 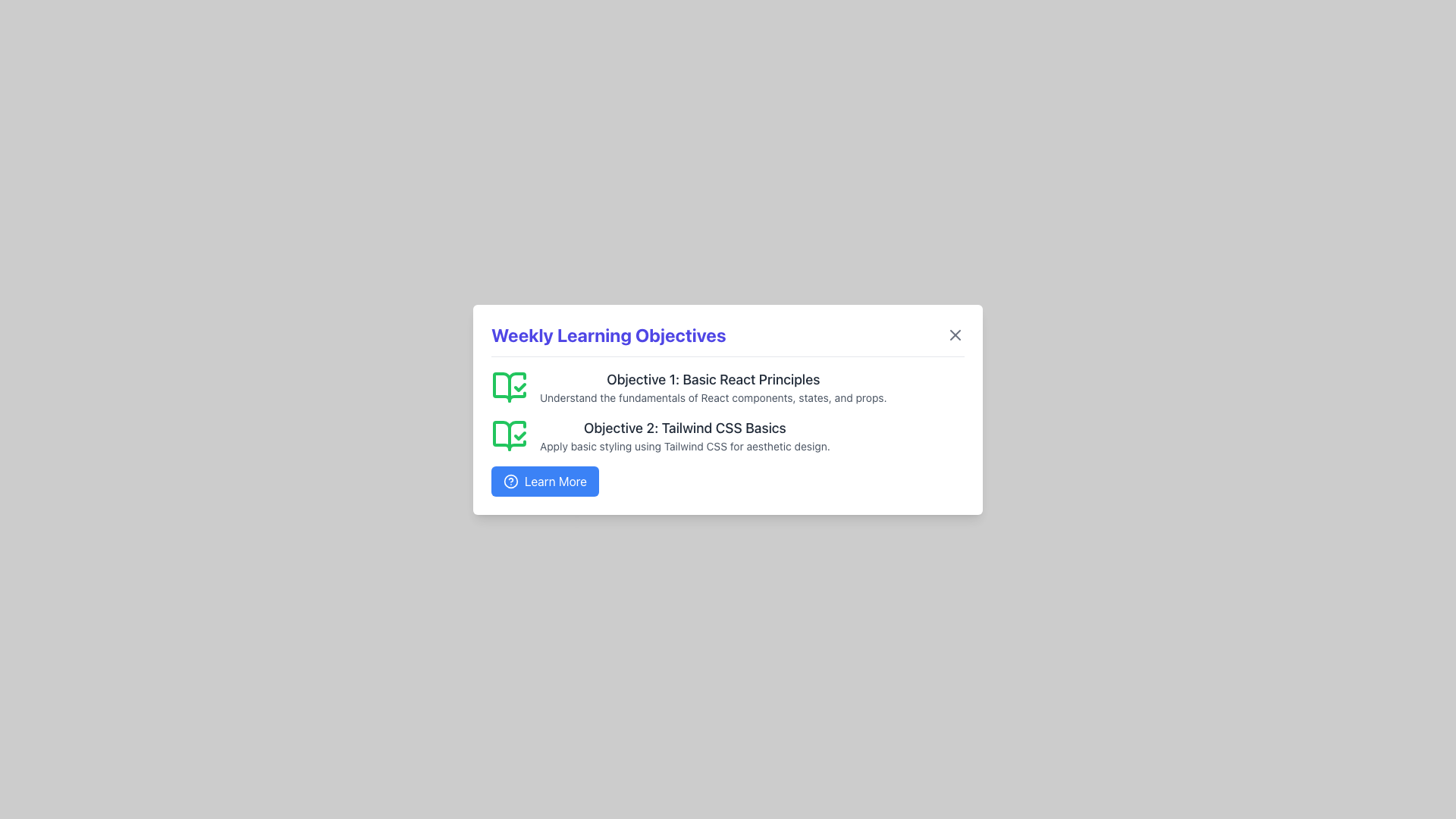 I want to click on the help icon located to the left of the 'Learn More' text within the blue rounded rectangular button at the bottom of the card, so click(x=510, y=481).